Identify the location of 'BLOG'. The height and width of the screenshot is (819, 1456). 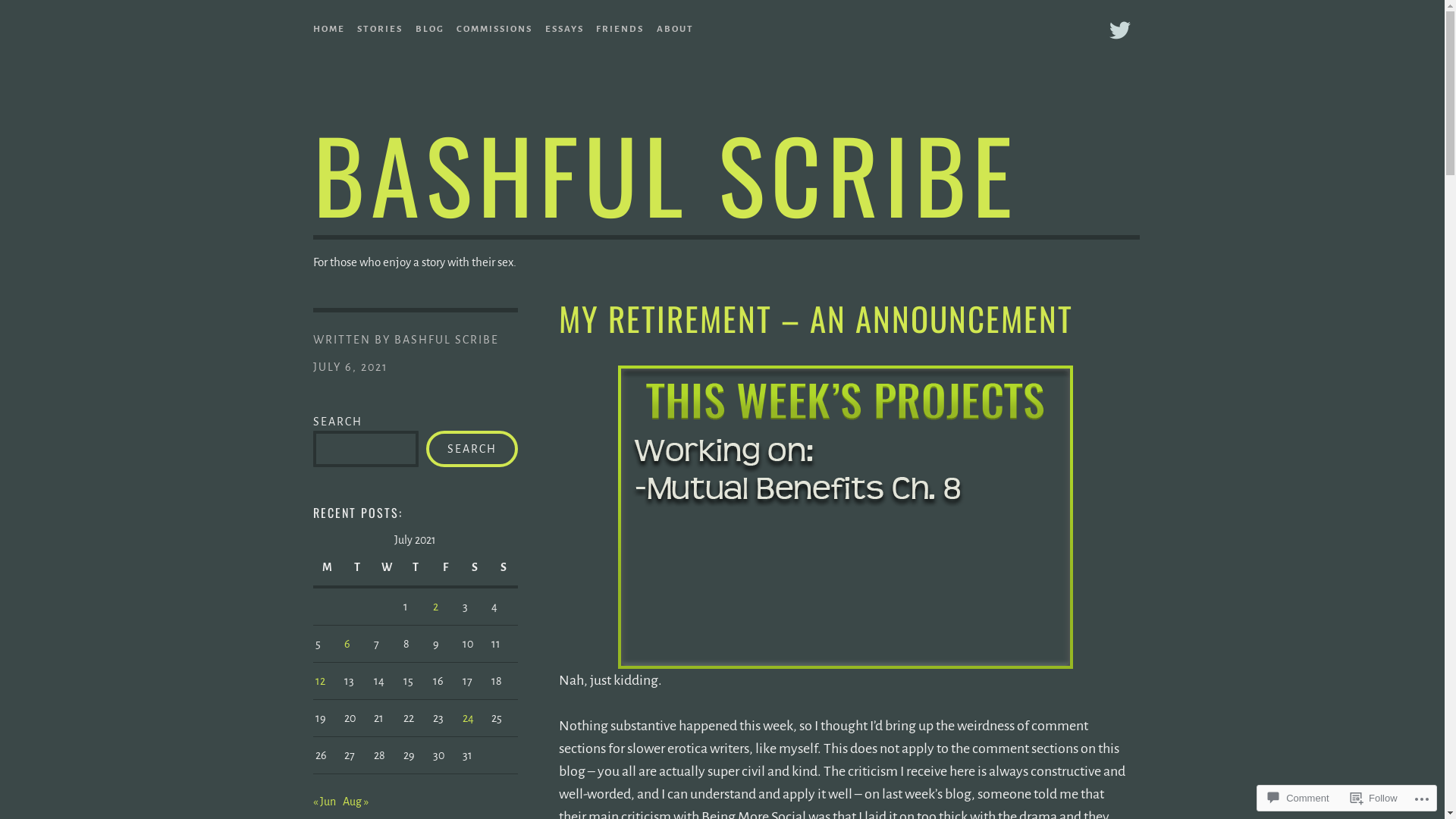
(428, 26).